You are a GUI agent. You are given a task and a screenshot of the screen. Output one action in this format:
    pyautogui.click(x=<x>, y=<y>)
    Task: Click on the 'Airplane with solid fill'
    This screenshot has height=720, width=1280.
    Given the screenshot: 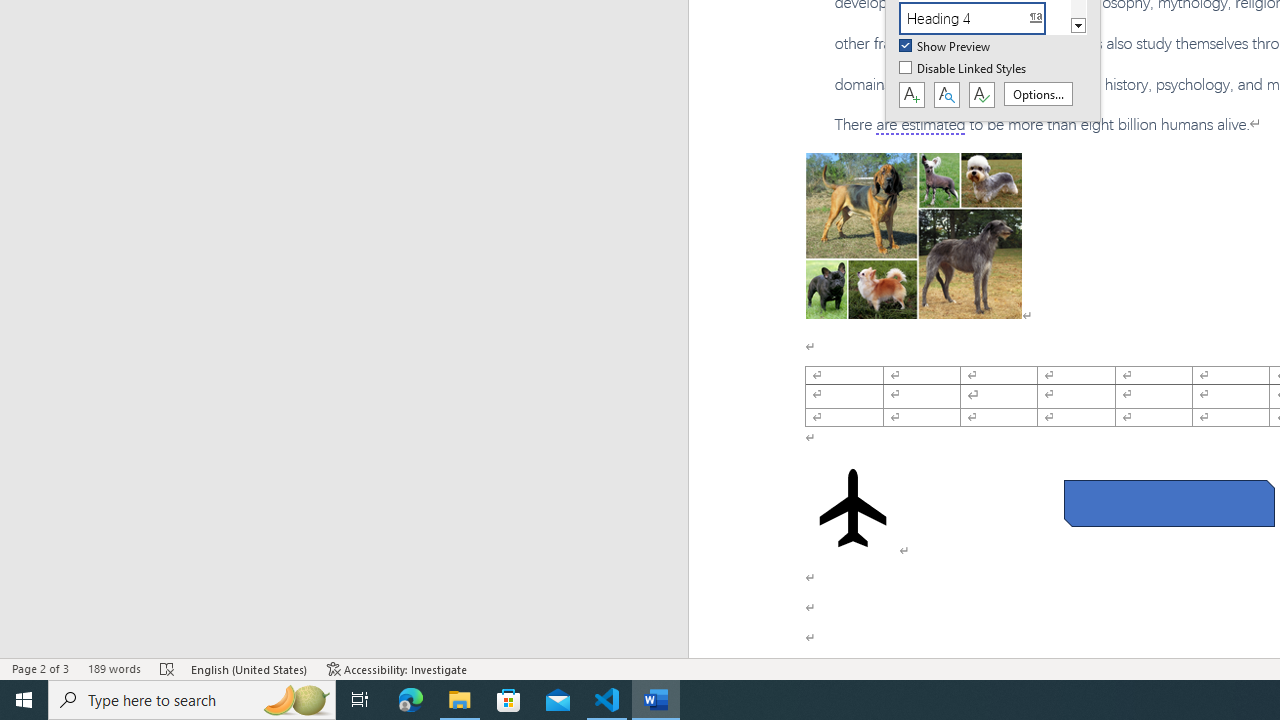 What is the action you would take?
    pyautogui.click(x=853, y=506)
    